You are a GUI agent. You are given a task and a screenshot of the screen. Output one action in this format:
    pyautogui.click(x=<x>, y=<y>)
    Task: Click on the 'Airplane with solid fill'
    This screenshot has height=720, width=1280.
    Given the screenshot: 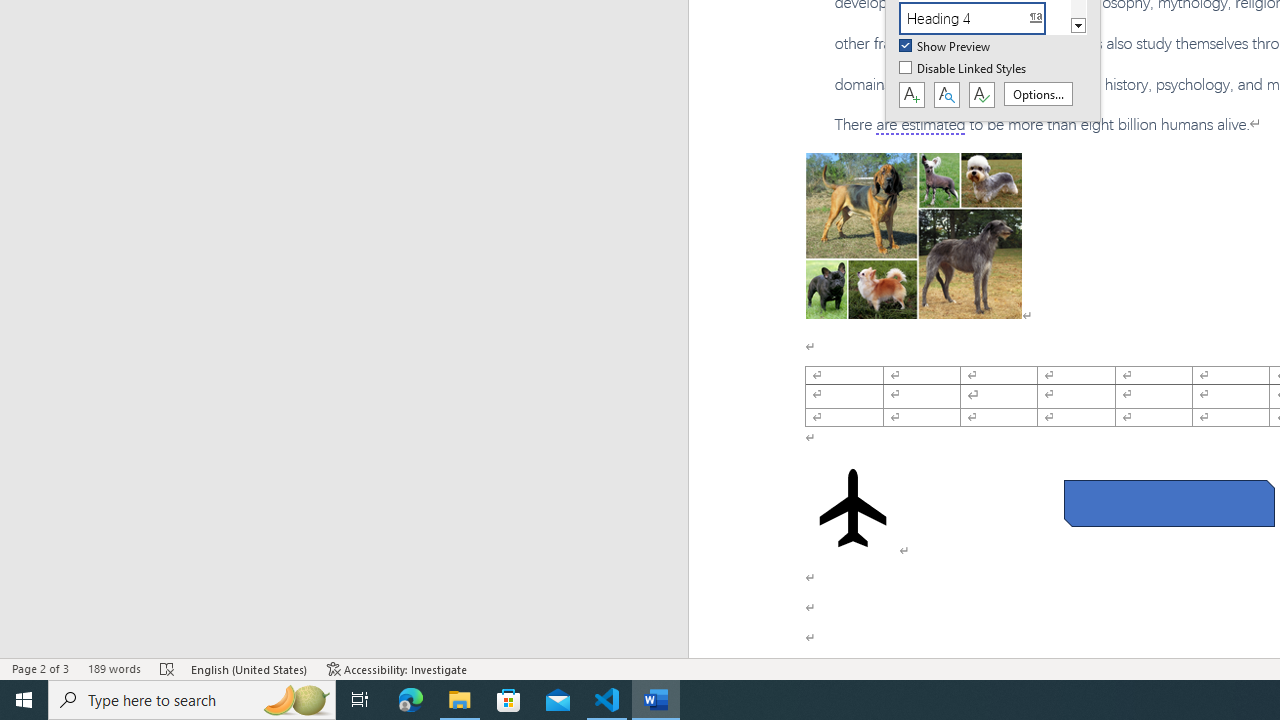 What is the action you would take?
    pyautogui.click(x=853, y=506)
    